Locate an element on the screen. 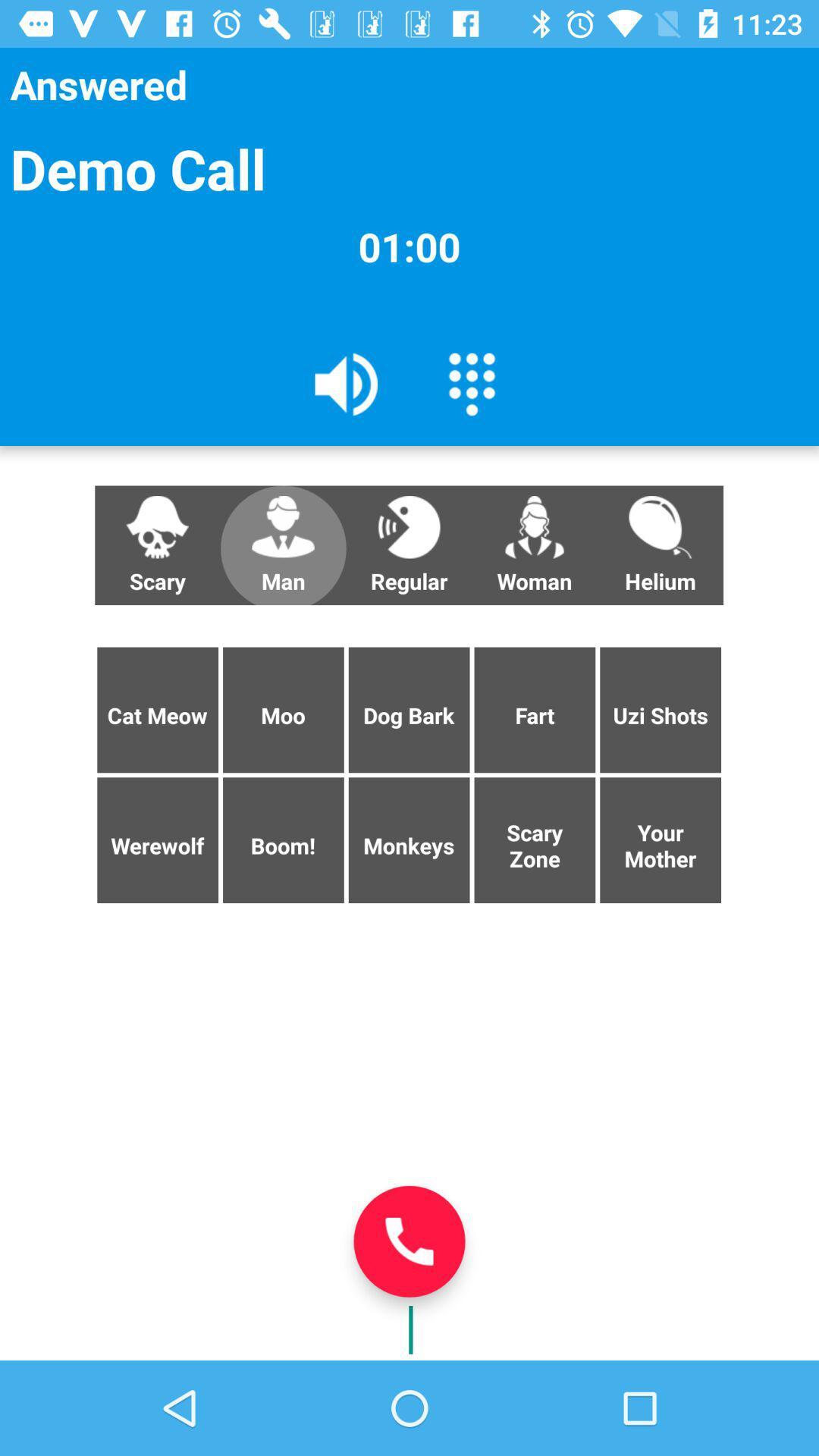  the icon below 01:00 icon is located at coordinates (347, 383).